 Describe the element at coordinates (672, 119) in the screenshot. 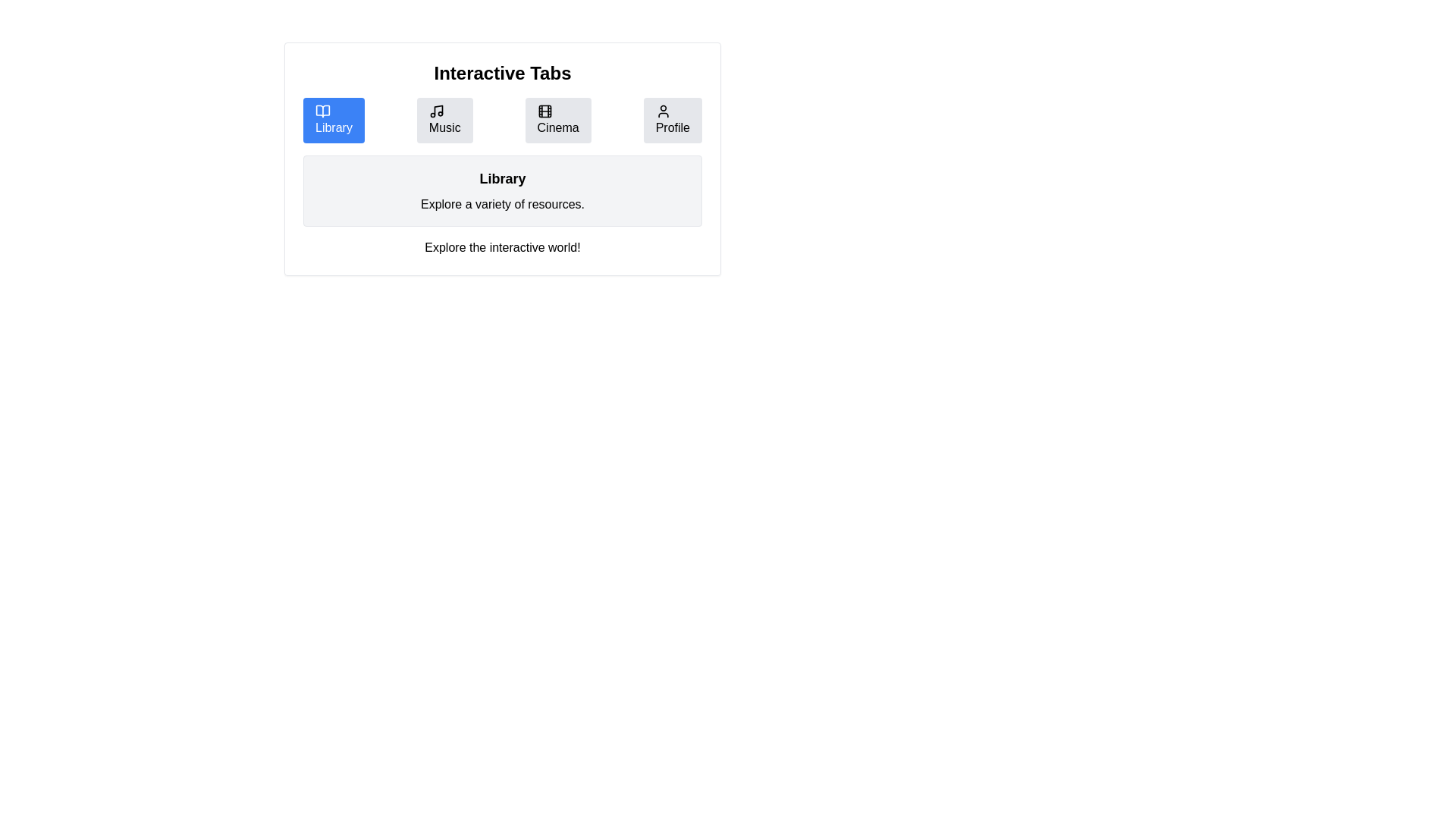

I see `the Profile tab to view its content` at that location.